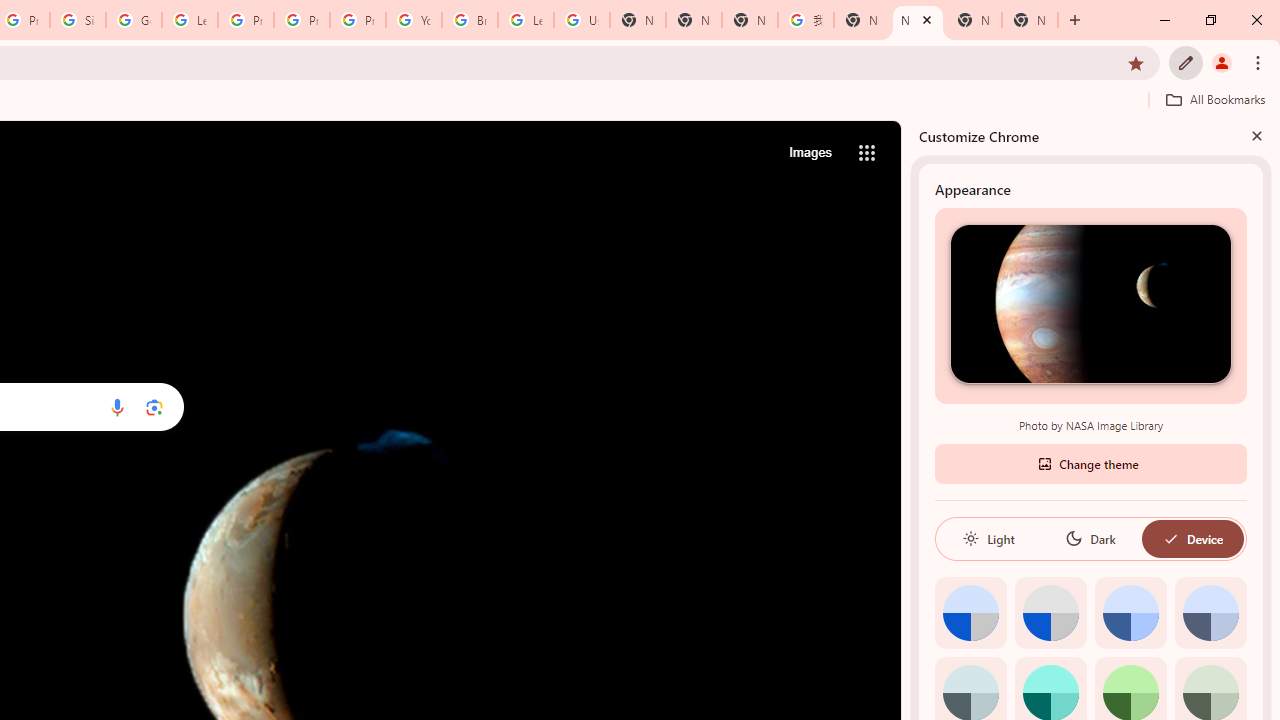  Describe the element at coordinates (78, 20) in the screenshot. I see `'Sign in - Google Accounts'` at that location.